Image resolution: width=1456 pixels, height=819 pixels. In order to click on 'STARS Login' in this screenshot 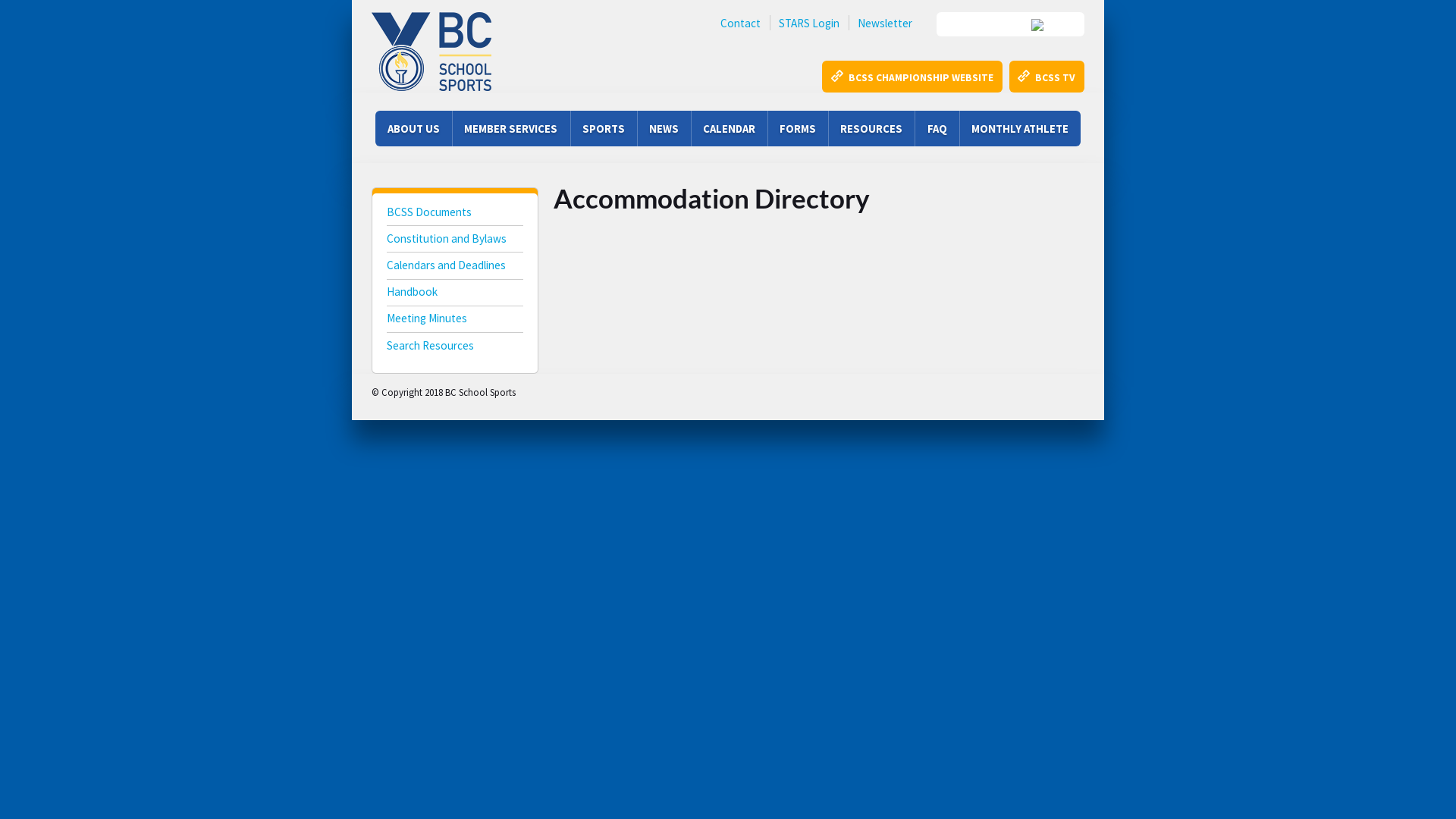, I will do `click(808, 23)`.